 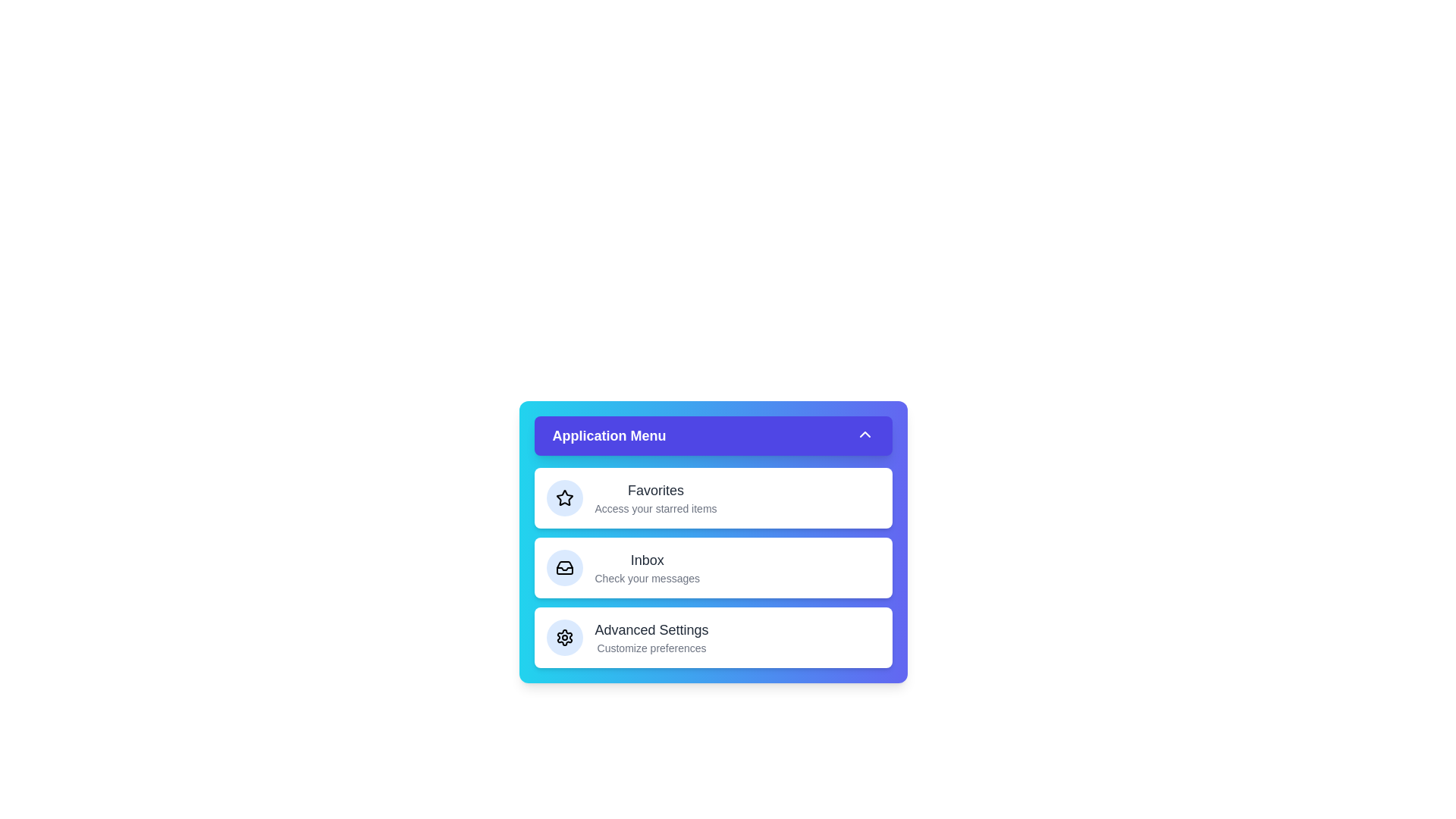 I want to click on the menu item Inbox, so click(x=712, y=567).